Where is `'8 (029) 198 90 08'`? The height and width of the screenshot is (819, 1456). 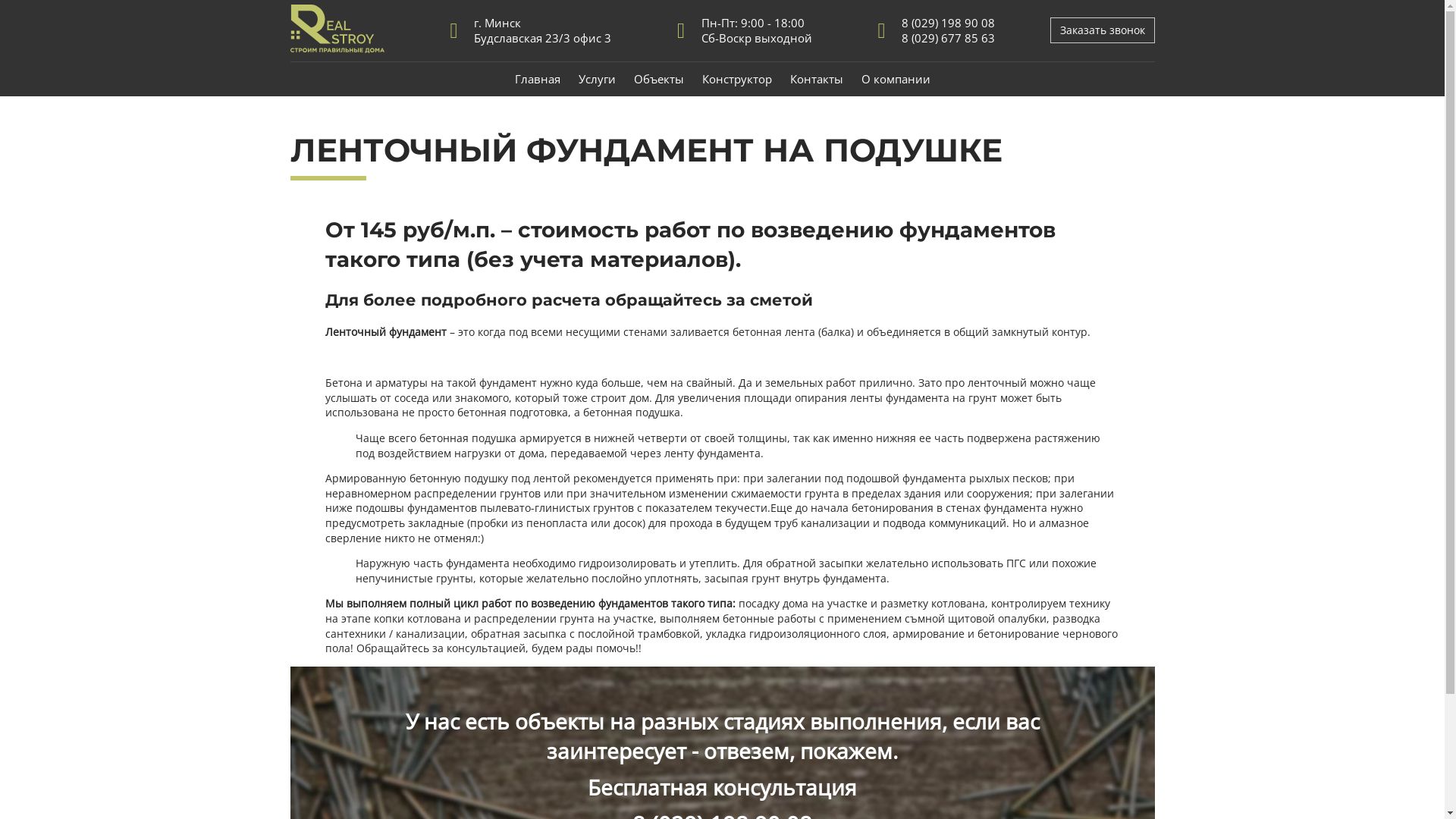
'8 (029) 198 90 08' is located at coordinates (947, 23).